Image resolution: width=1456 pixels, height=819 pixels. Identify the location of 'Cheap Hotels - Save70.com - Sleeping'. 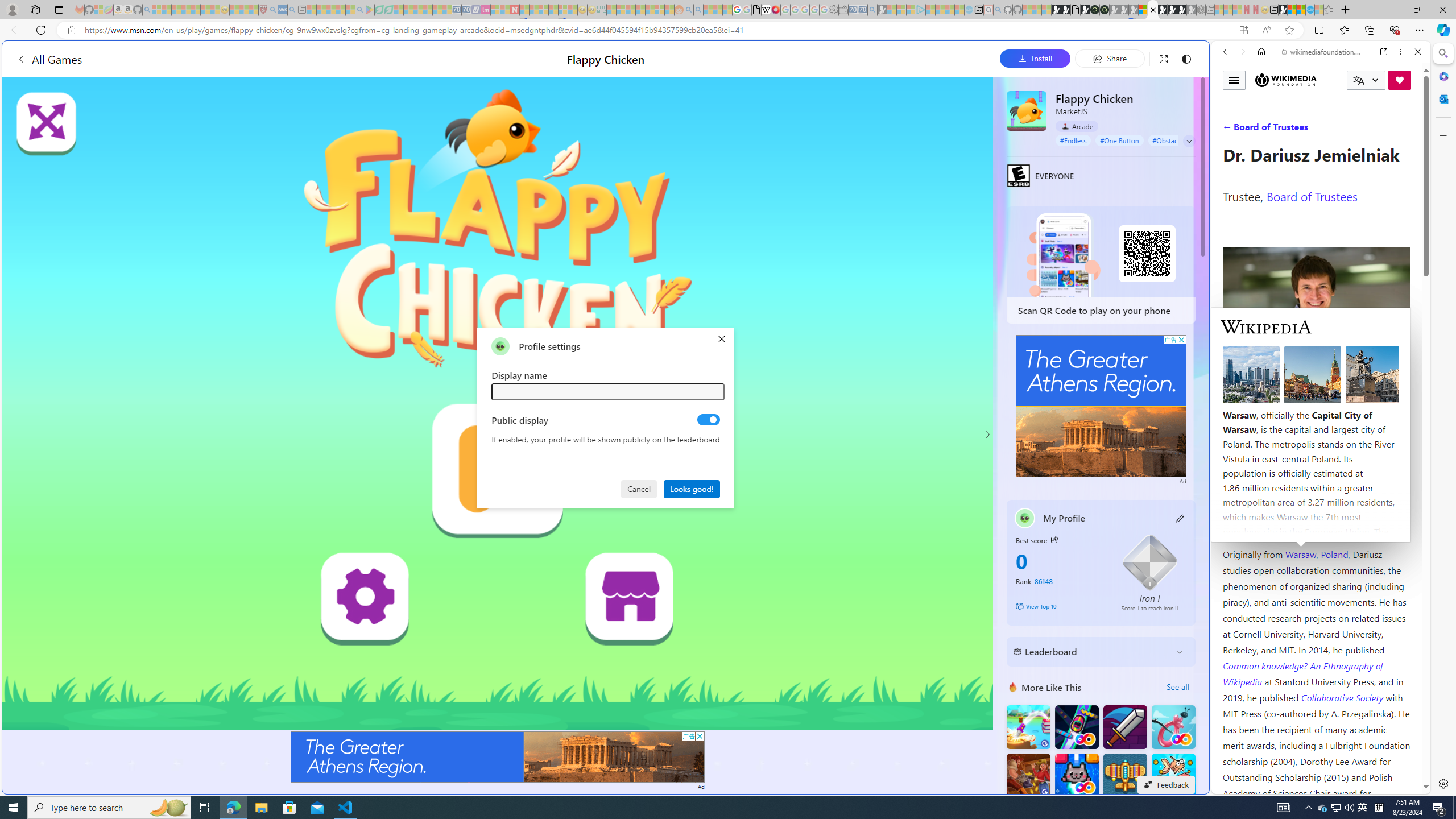
(466, 9).